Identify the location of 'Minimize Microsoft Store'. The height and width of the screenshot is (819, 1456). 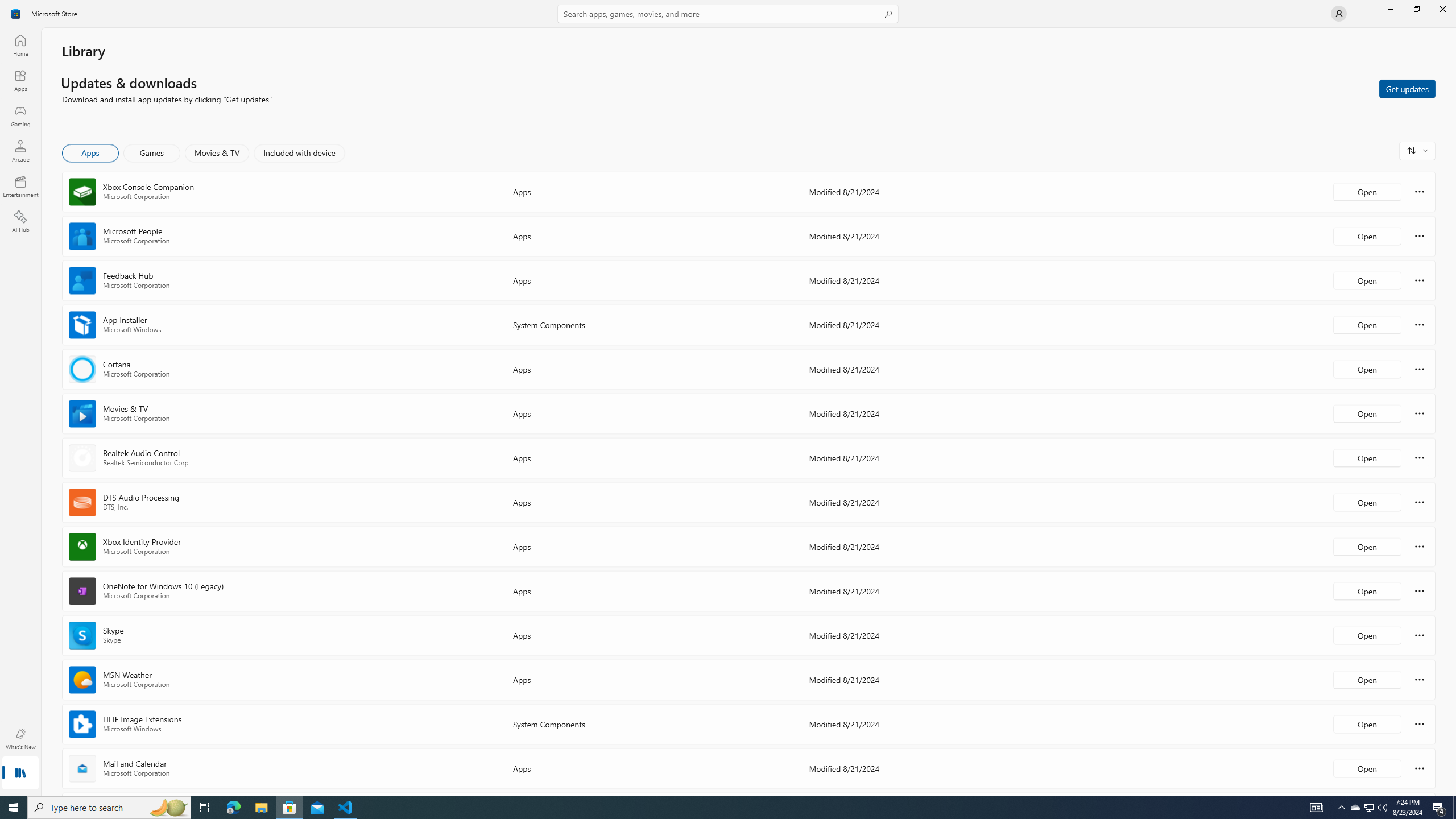
(1389, 9).